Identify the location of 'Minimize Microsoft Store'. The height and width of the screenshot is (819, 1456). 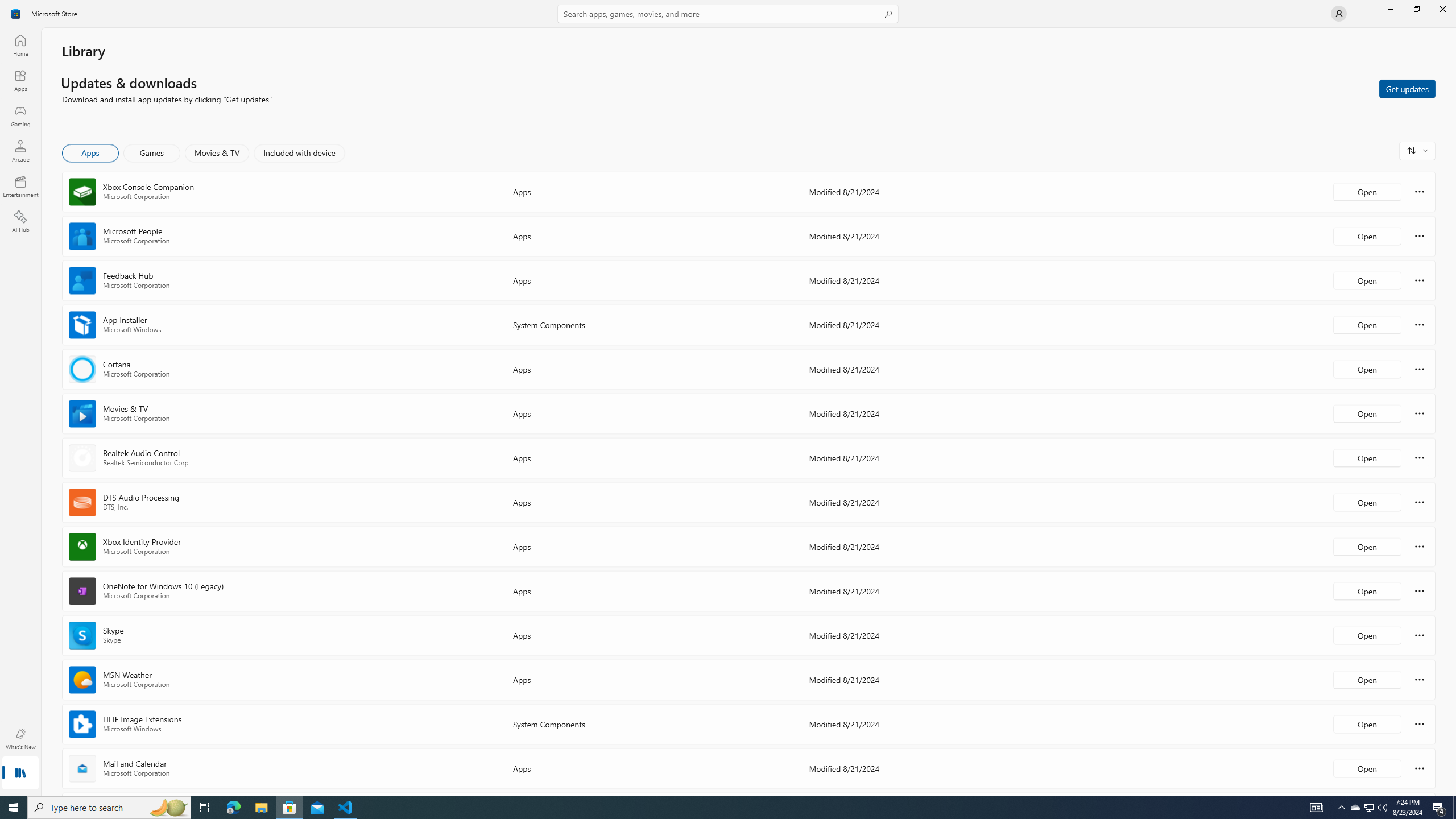
(1389, 9).